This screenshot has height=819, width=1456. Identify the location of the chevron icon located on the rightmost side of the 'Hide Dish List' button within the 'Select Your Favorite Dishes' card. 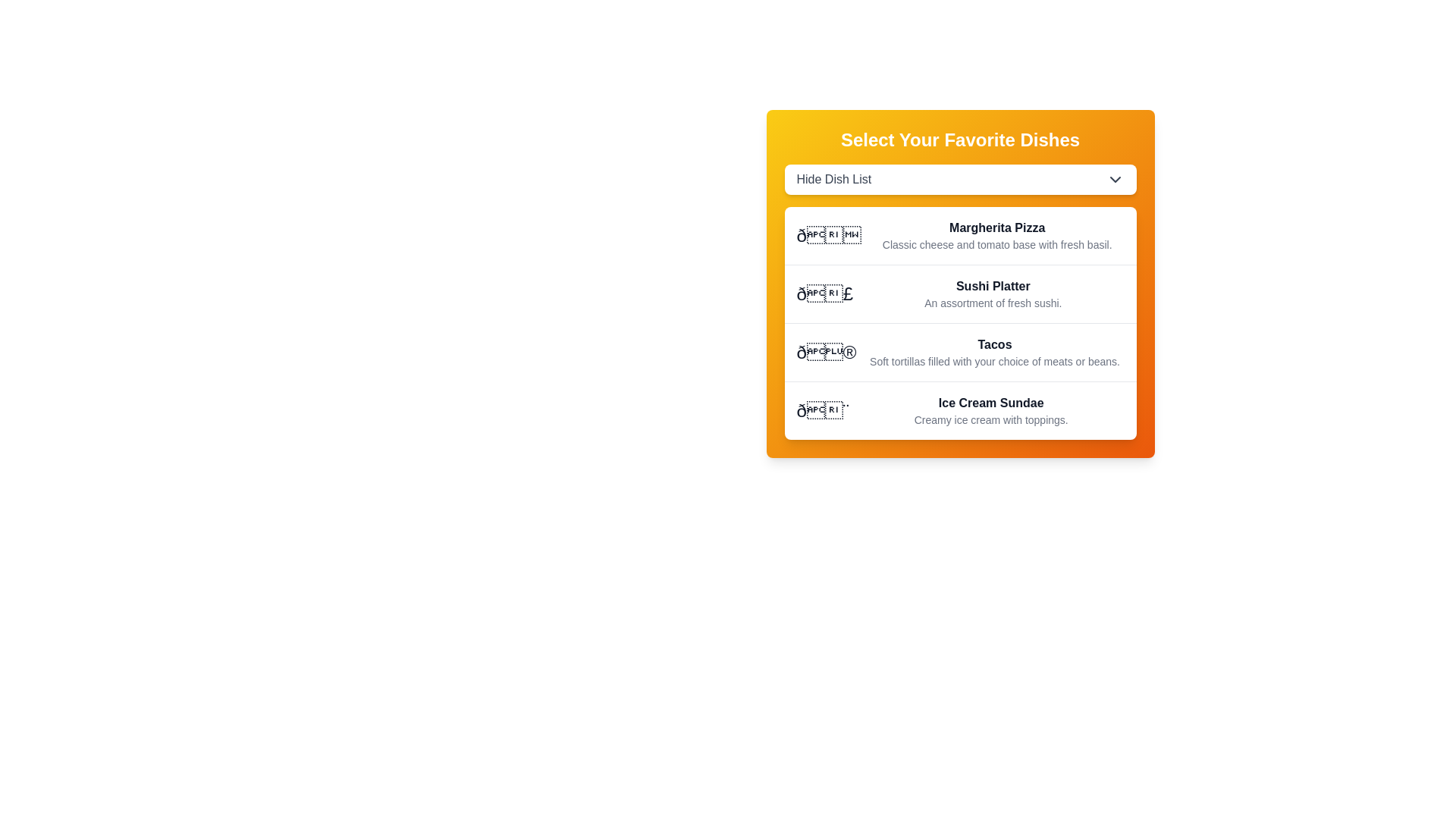
(1115, 178).